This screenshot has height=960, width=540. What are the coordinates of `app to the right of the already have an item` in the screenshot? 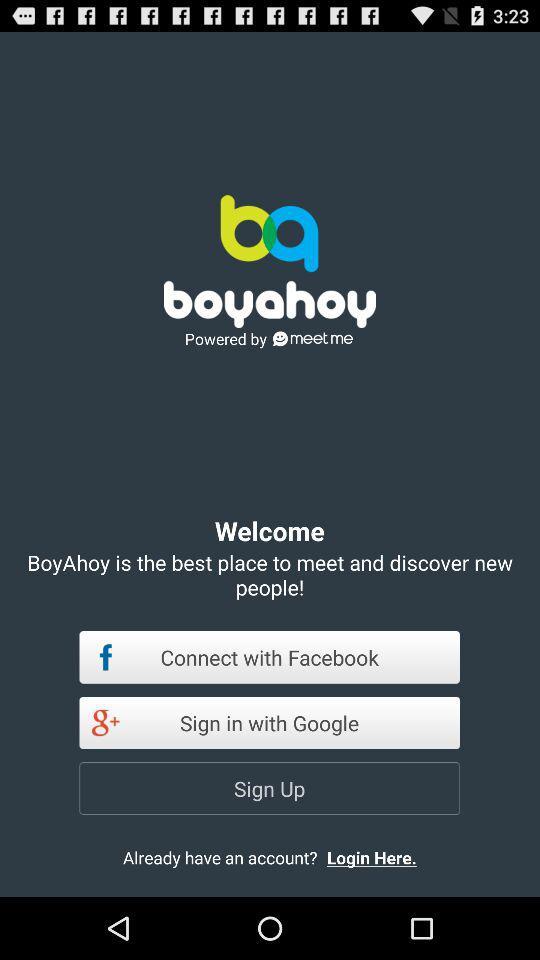 It's located at (388, 856).